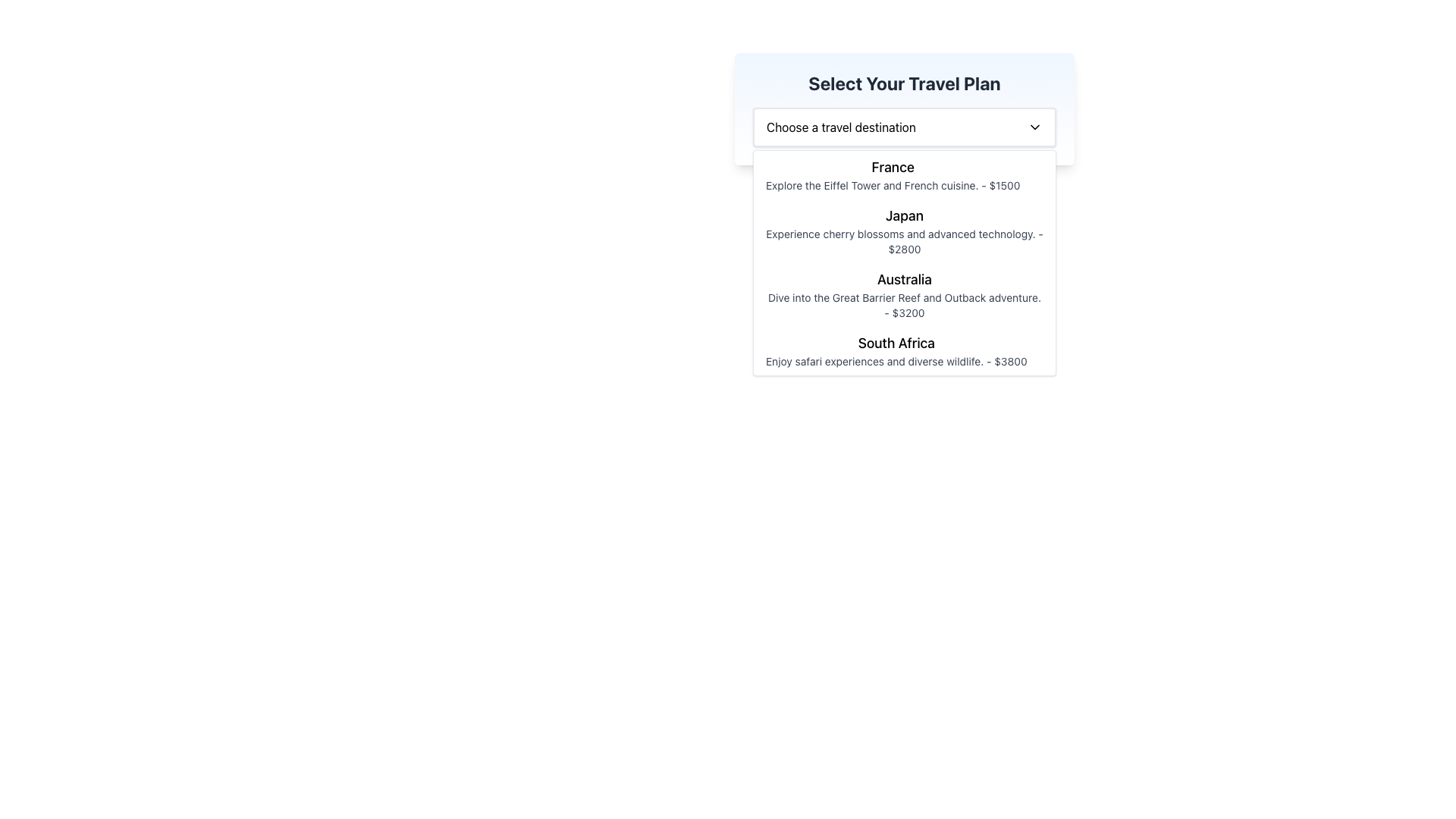 This screenshot has height=819, width=1456. What do you see at coordinates (905, 174) in the screenshot?
I see `the travel option list item labeled 'France'` at bounding box center [905, 174].